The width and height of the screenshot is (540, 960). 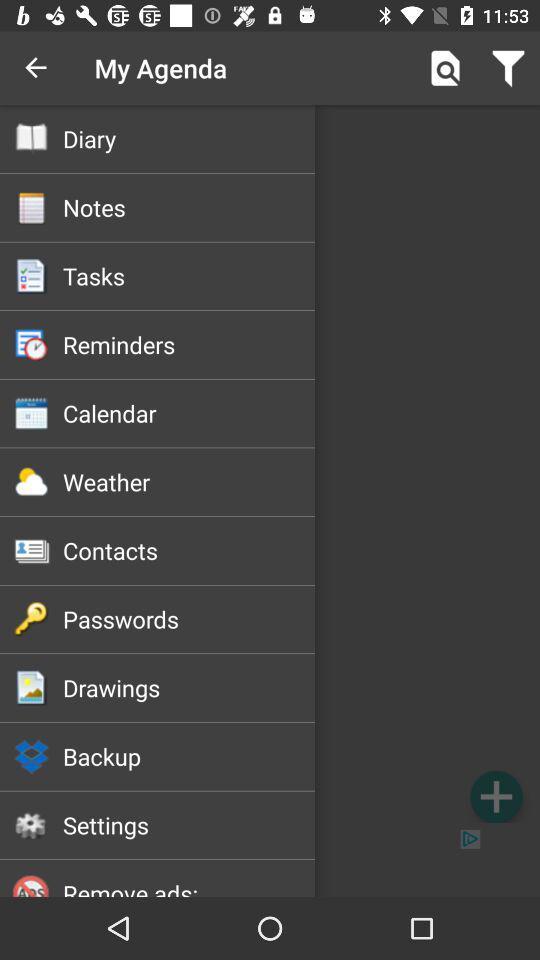 I want to click on icon below the calendar, so click(x=189, y=481).